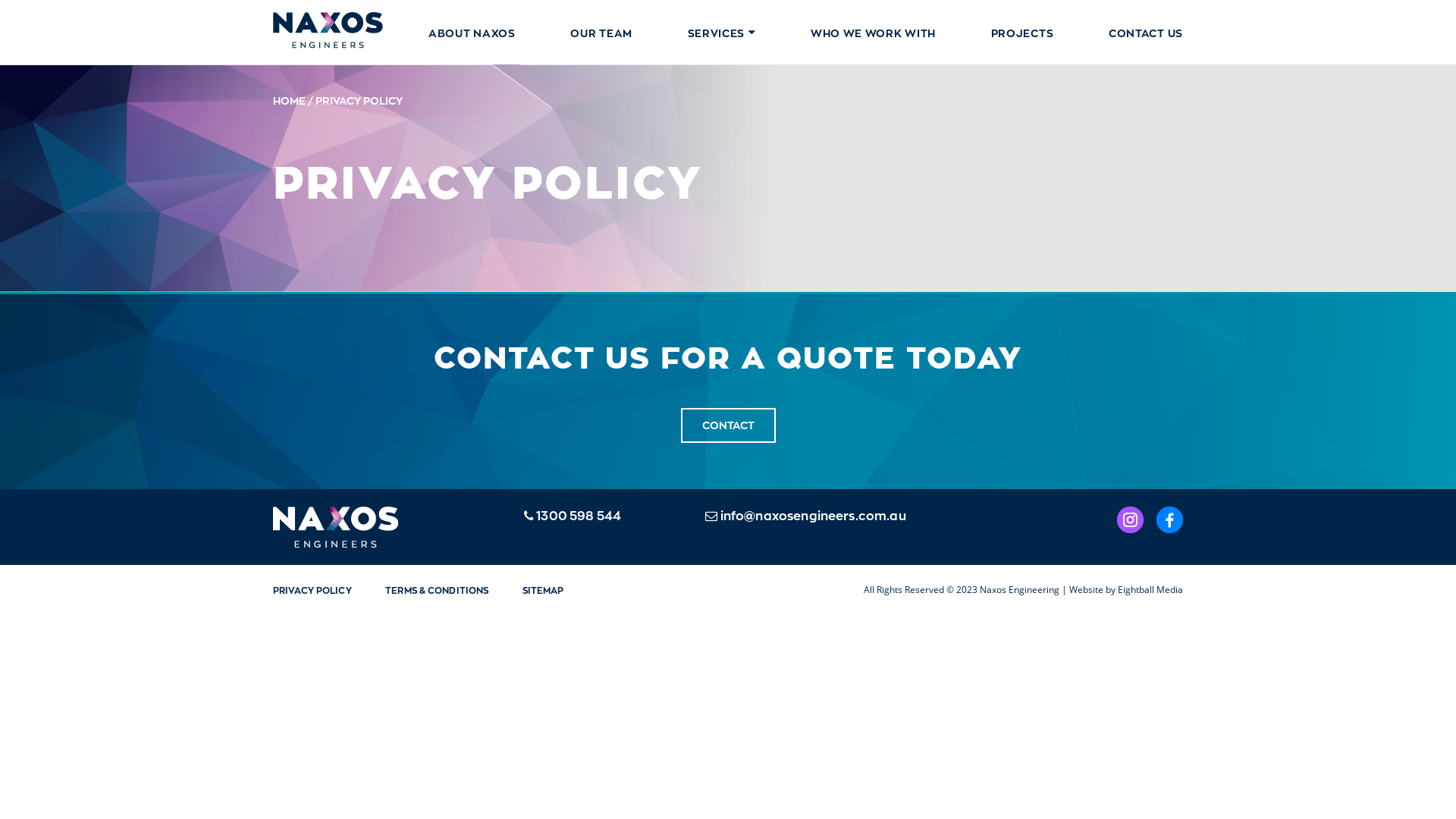  I want to click on 'SERVICES', so click(720, 33).